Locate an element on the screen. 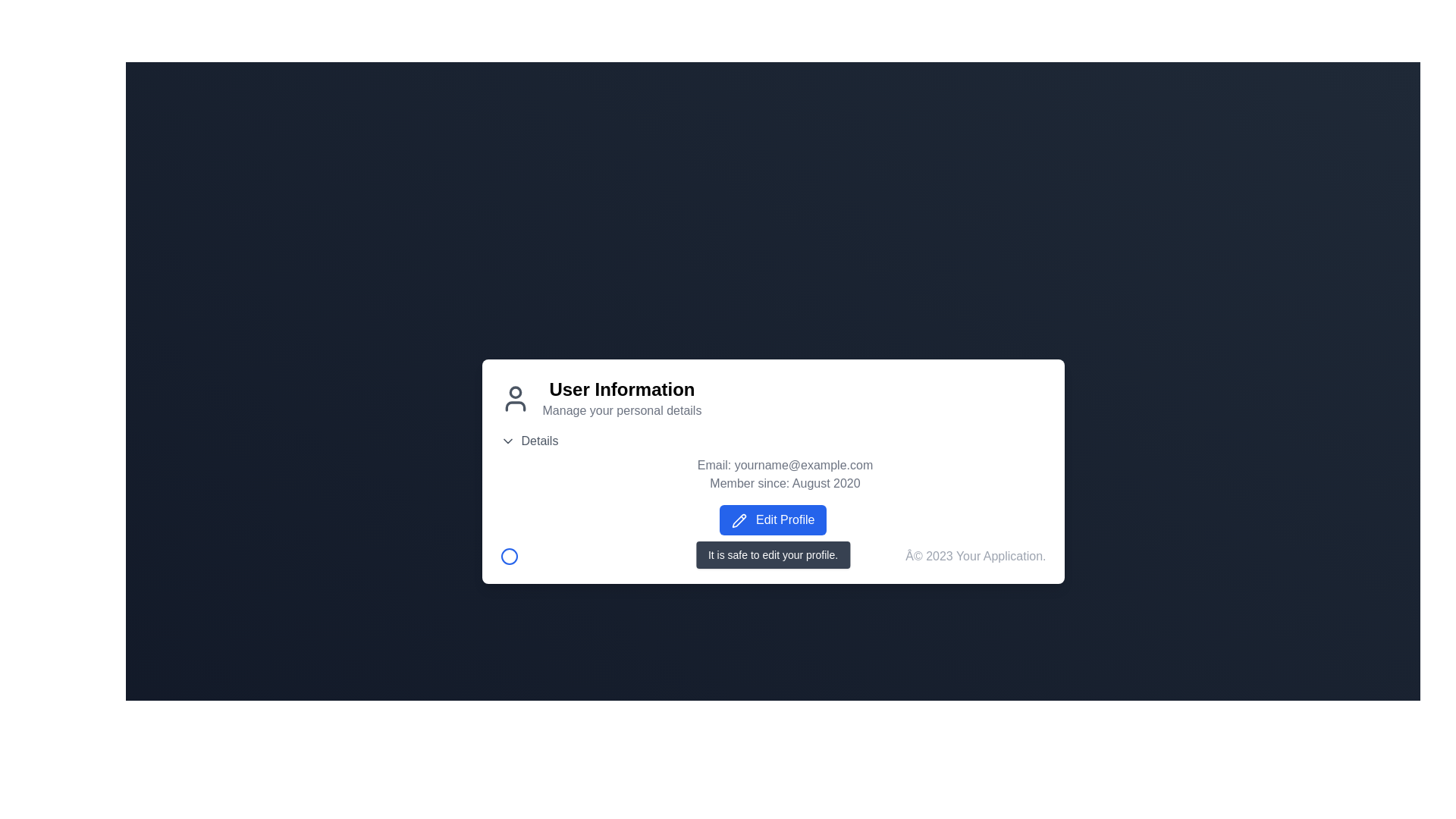 Image resolution: width=1456 pixels, height=819 pixels. the informational tooltip that displays the message 'It is safe to edit your profile.' which is styled with a gray background and white text, located below the 'Edit Profile' button is located at coordinates (773, 555).